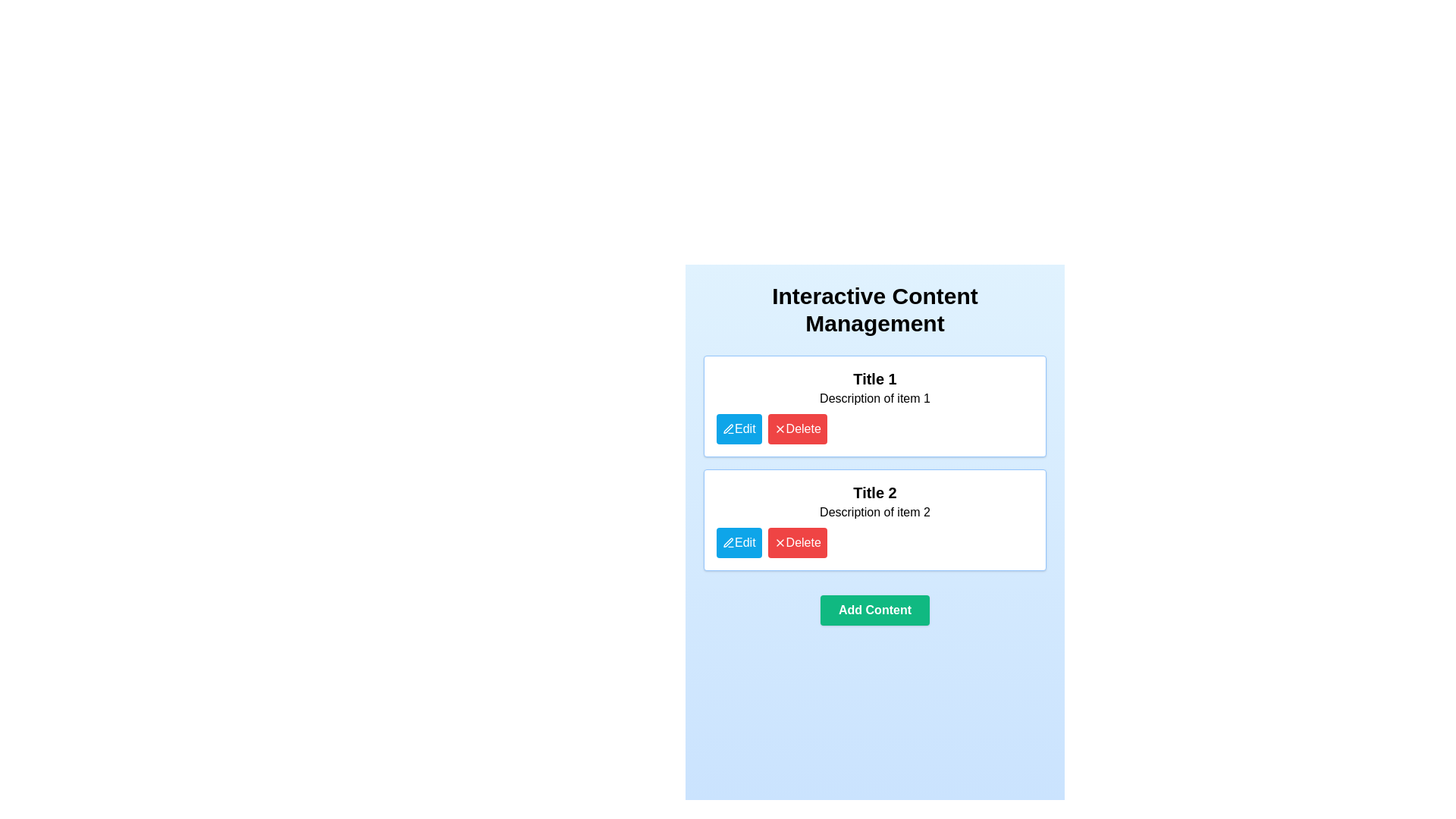 The image size is (1456, 819). What do you see at coordinates (728, 429) in the screenshot?
I see `the small graphical icon resembling a pen or edit tool within the 'Edit' button` at bounding box center [728, 429].